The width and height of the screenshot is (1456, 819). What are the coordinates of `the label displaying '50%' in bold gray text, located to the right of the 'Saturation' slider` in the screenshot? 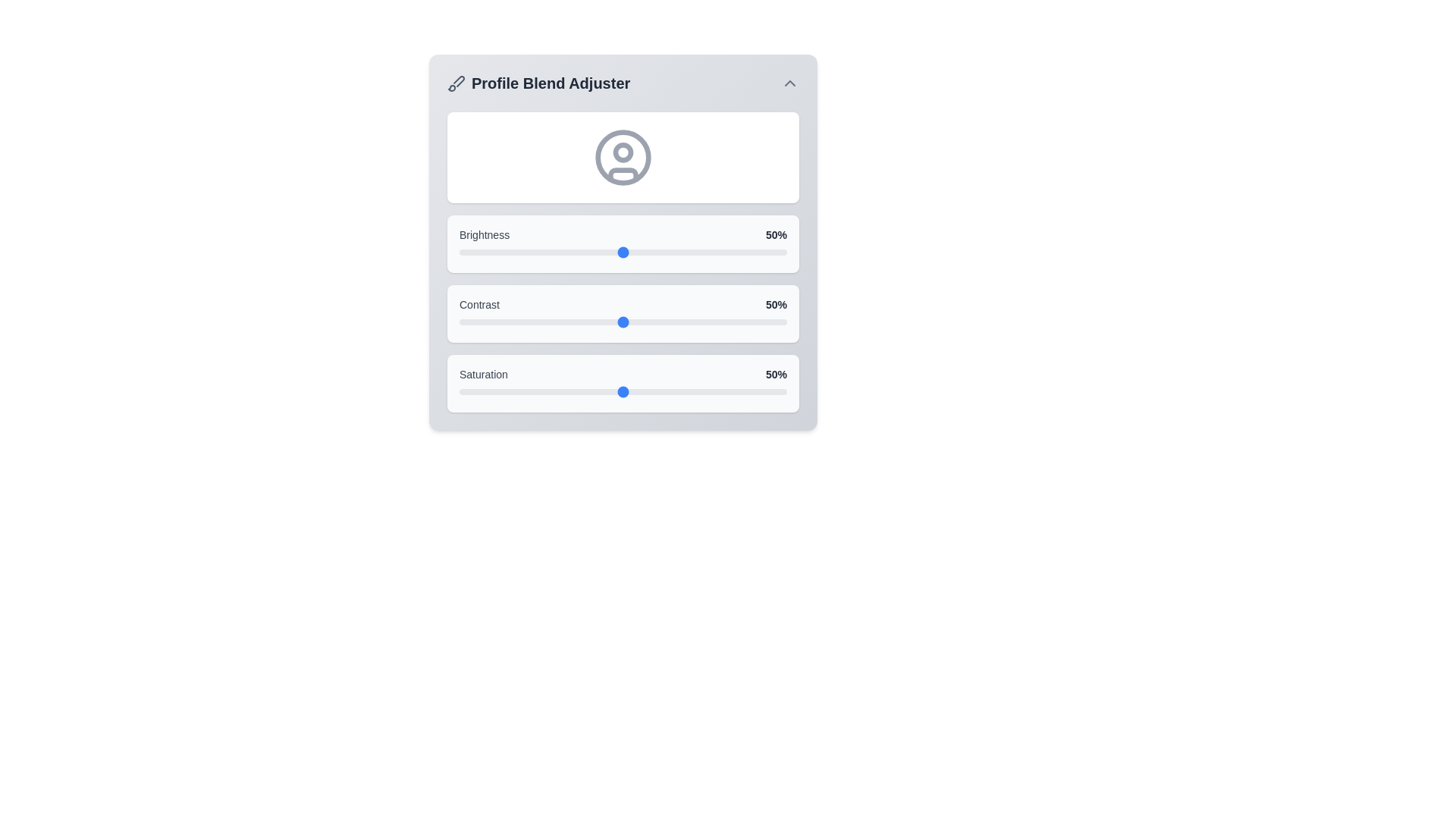 It's located at (776, 374).